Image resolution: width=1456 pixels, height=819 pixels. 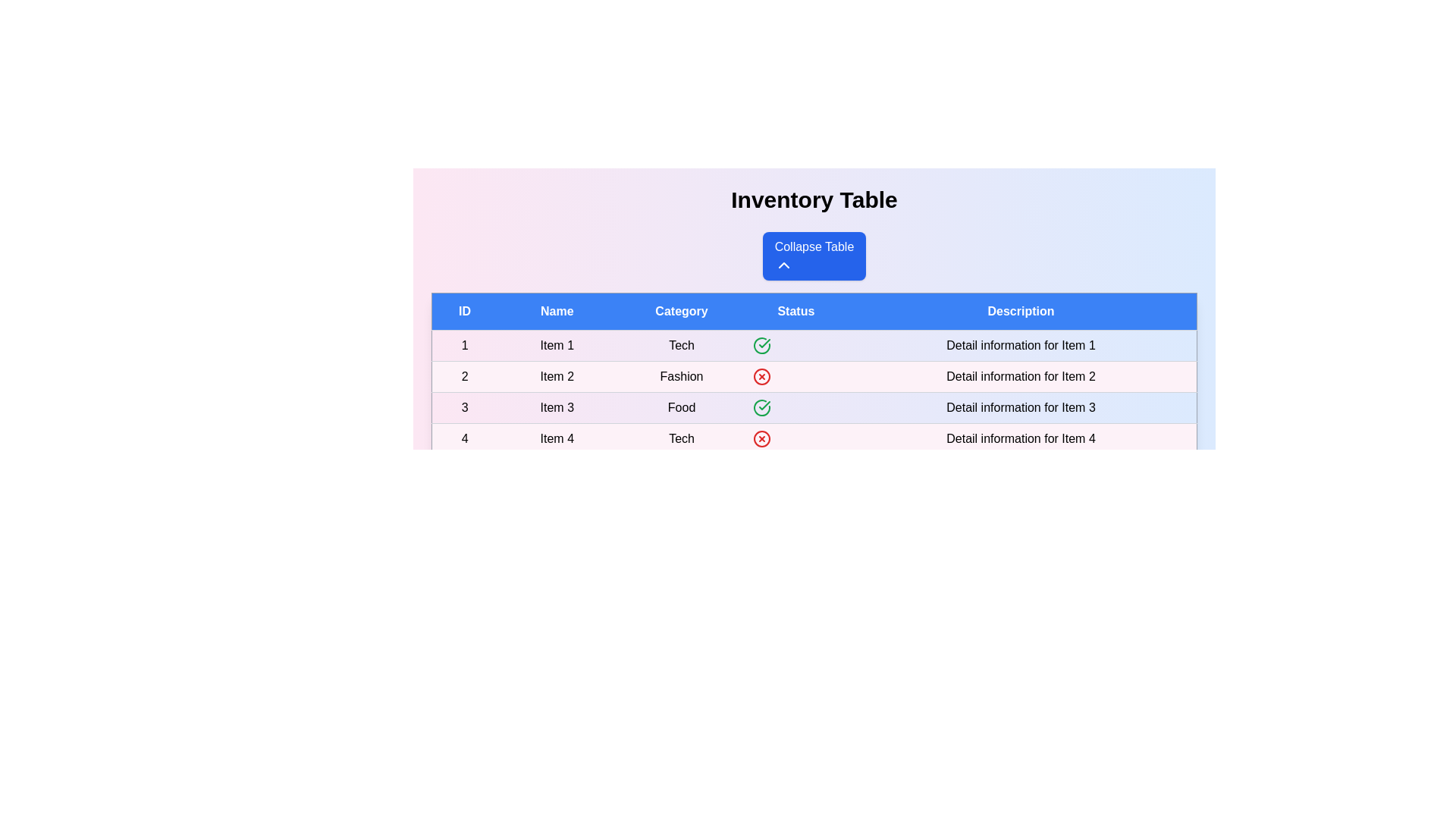 I want to click on the row with ID 3 to highlight it, so click(x=814, y=406).